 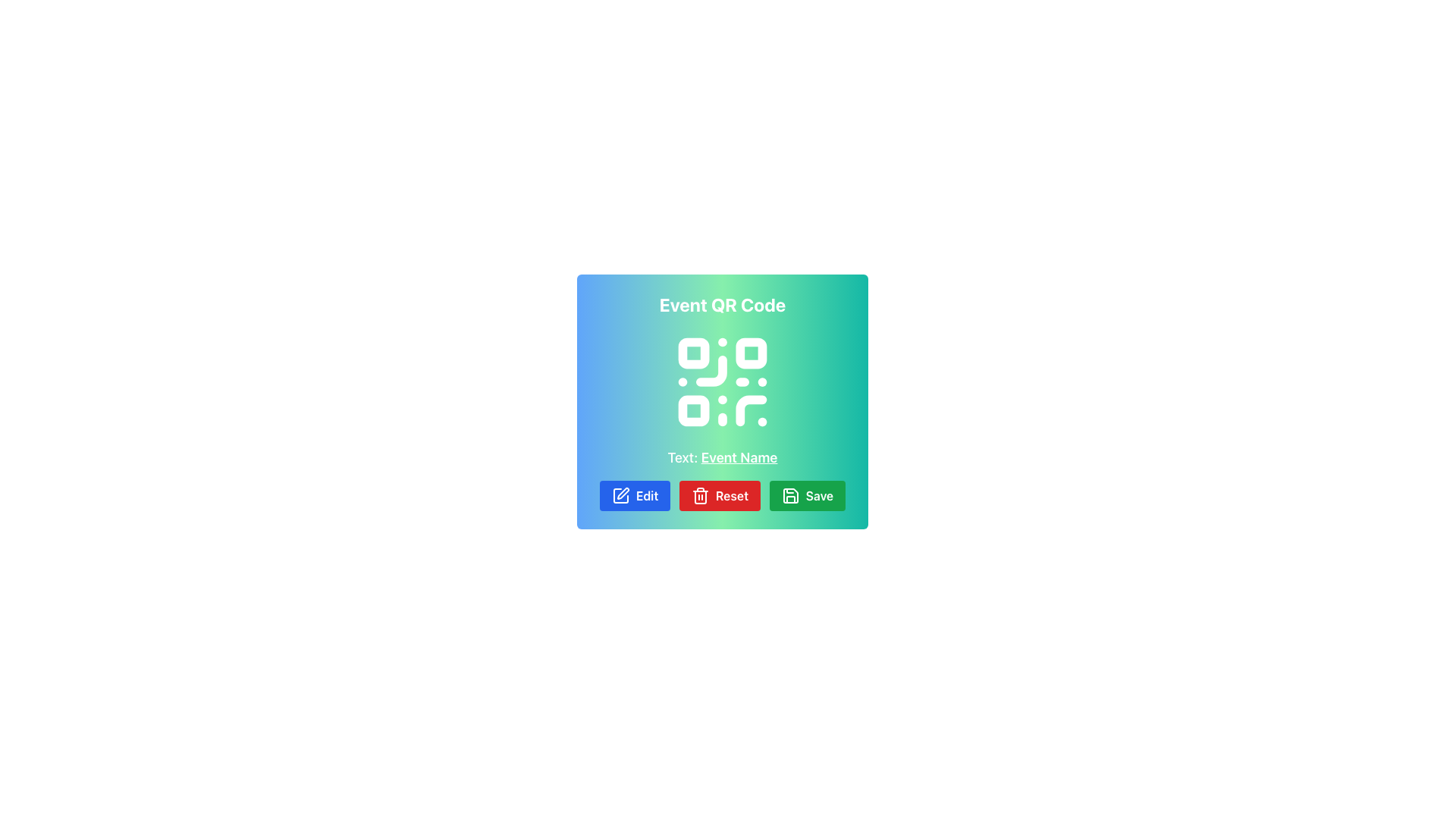 I want to click on the pen icon located to the left of the 'Edit' button in the button group below the 'Event QR Code' section, so click(x=620, y=496).